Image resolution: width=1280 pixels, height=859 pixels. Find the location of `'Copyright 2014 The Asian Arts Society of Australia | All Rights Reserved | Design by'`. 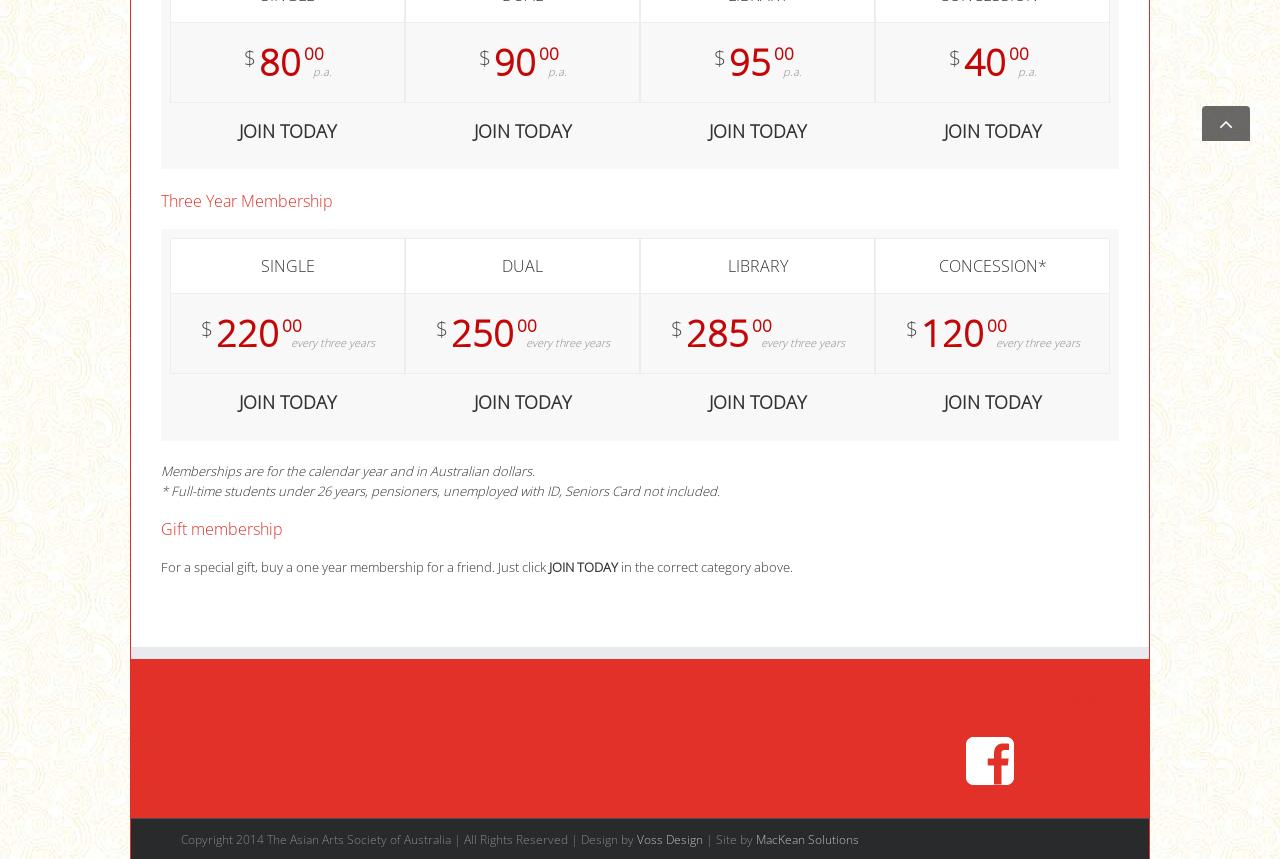

'Copyright 2014 The Asian Arts Society of Australia | All Rights Reserved | Design by' is located at coordinates (407, 838).